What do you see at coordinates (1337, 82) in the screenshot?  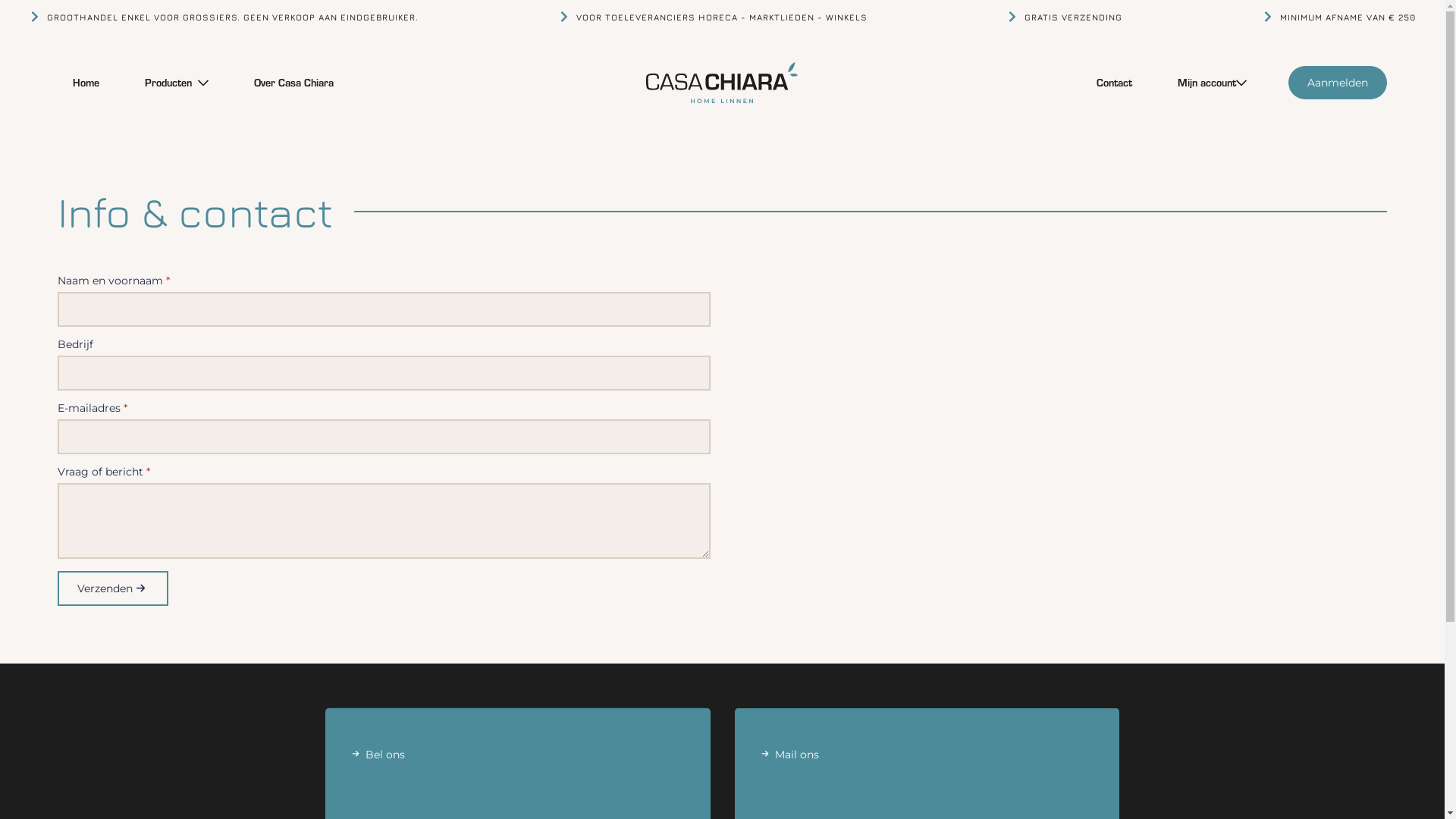 I see `'Aanmelden'` at bounding box center [1337, 82].